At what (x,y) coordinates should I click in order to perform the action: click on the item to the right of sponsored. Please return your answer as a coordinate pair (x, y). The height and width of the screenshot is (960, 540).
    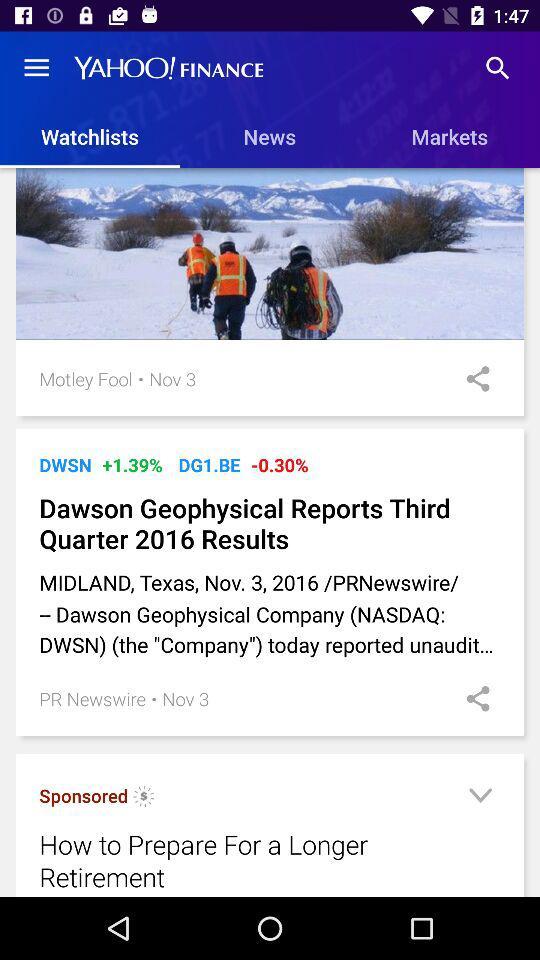
    Looking at the image, I should click on (143, 799).